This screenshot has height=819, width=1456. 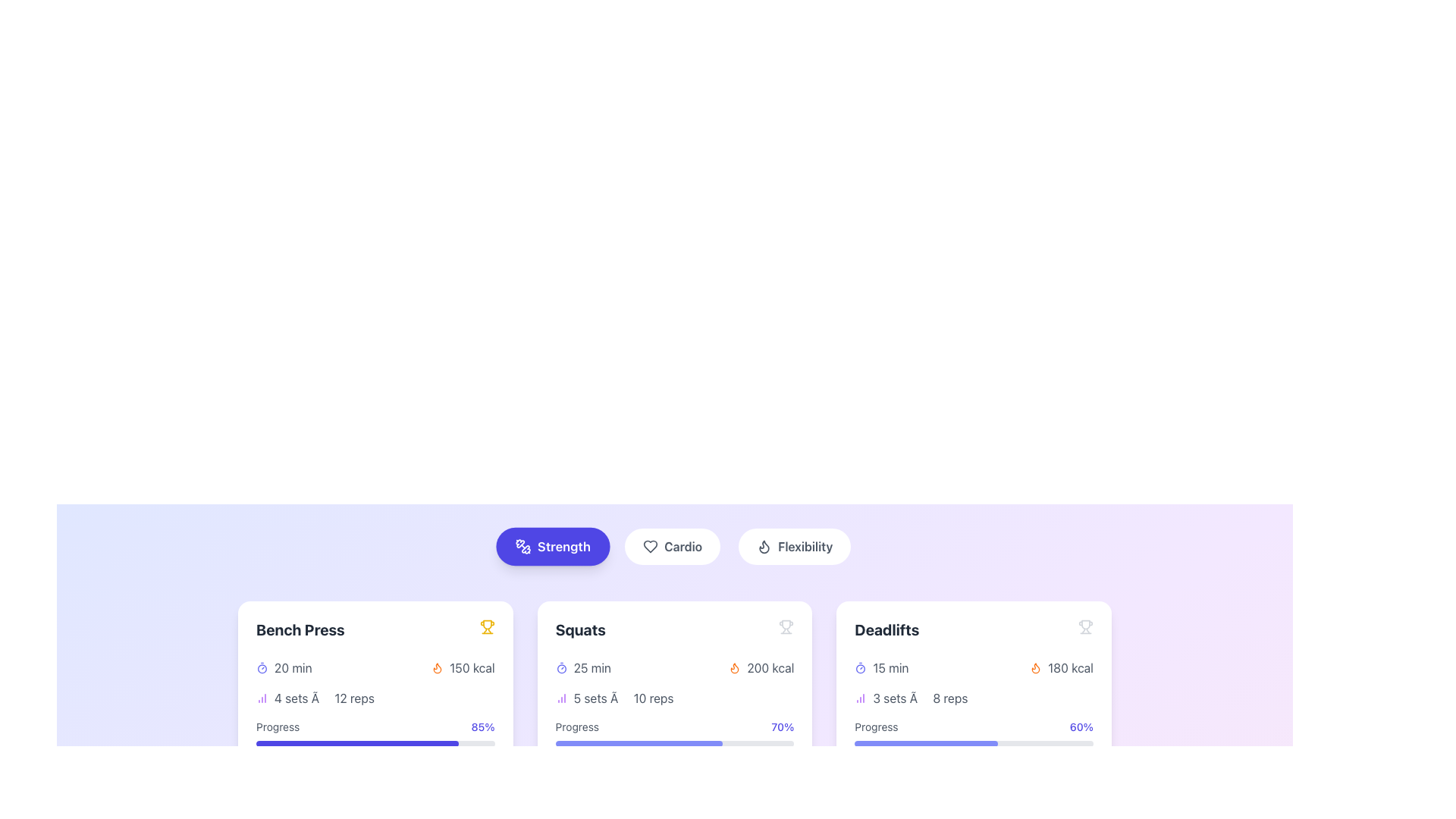 What do you see at coordinates (881, 667) in the screenshot?
I see `displayed information from the timer icon and text '15 min' located in the top-left corner of the 'Deadlifts' card, adjacent to the '180 kcal' text` at bounding box center [881, 667].